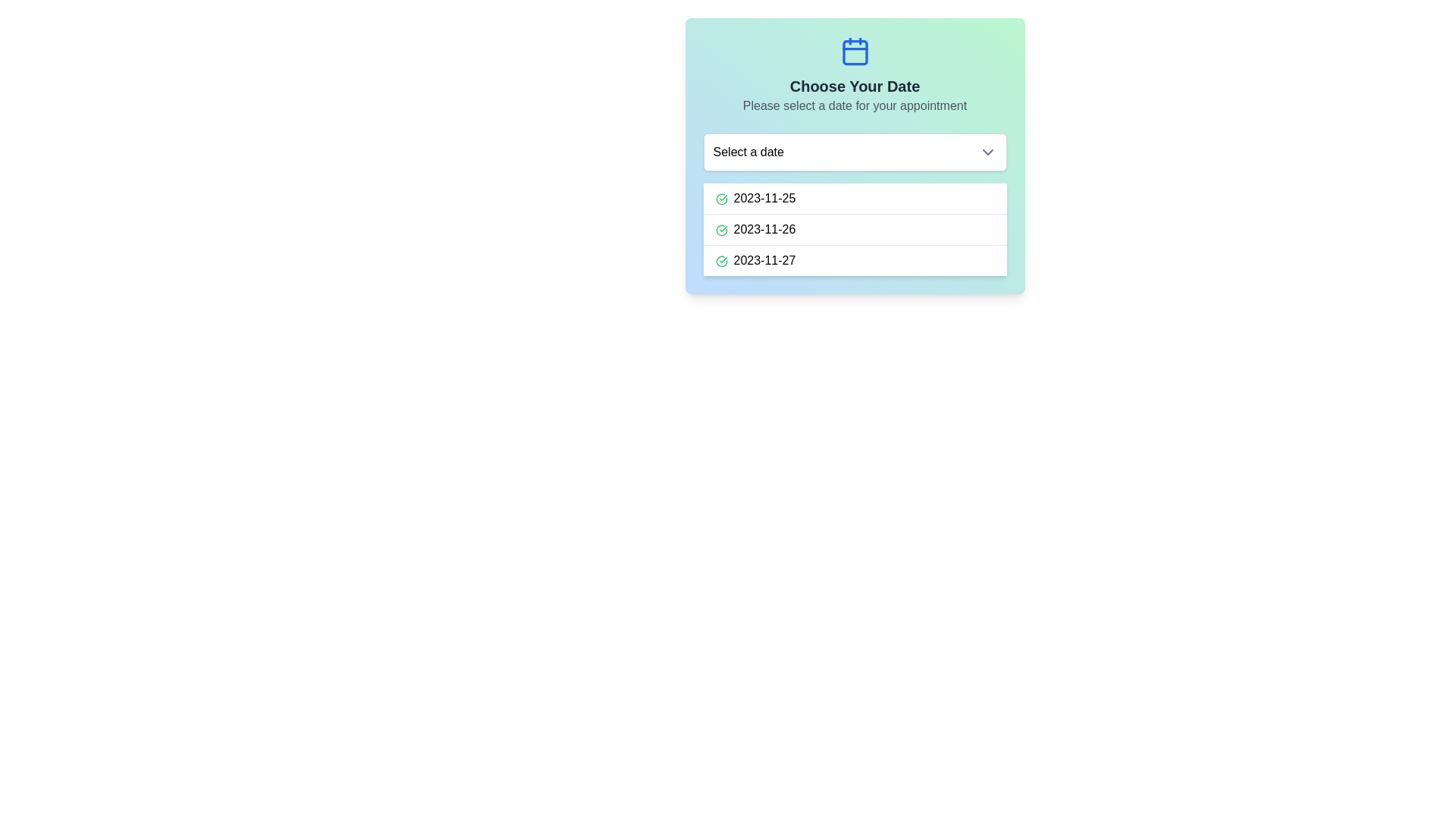  Describe the element at coordinates (855, 105) in the screenshot. I see `the static text label that provides instructions for selecting a date for the appointment, located immediately below the 'Choose Your Date' header` at that location.